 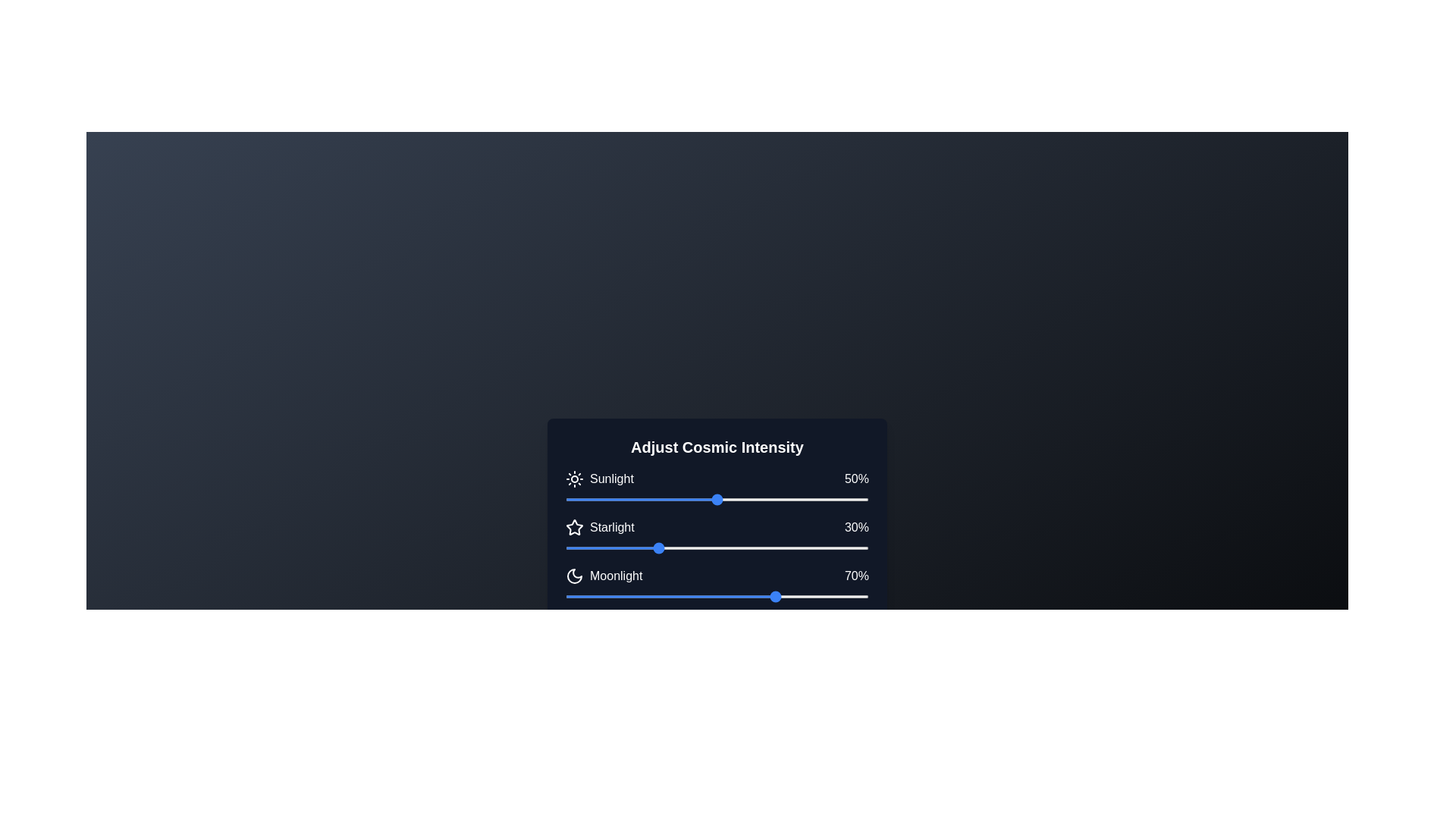 I want to click on the 'Sunlight' slider to 95% intensity, so click(x=854, y=500).